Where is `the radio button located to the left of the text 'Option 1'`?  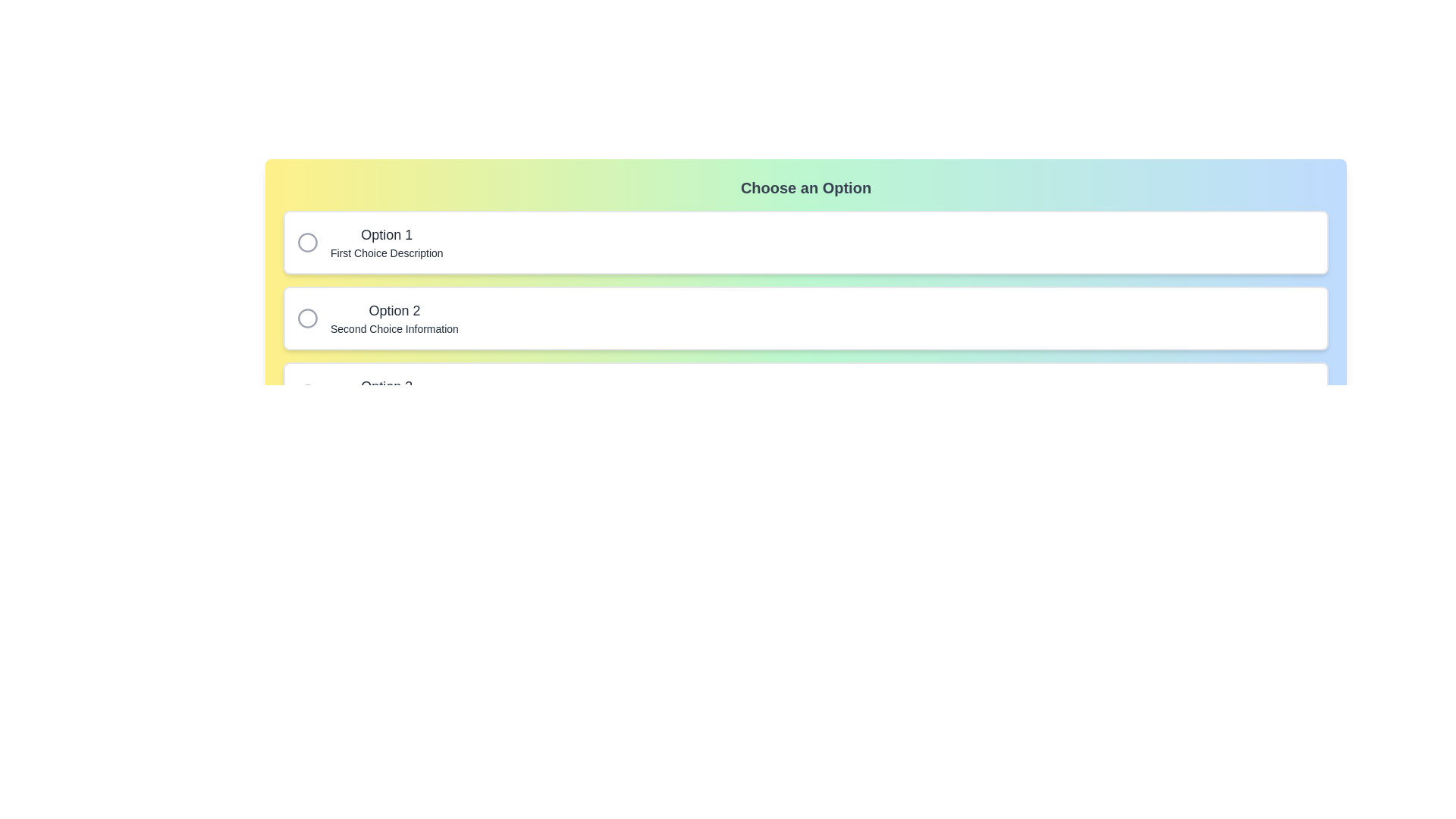
the radio button located to the left of the text 'Option 1' is located at coordinates (307, 242).